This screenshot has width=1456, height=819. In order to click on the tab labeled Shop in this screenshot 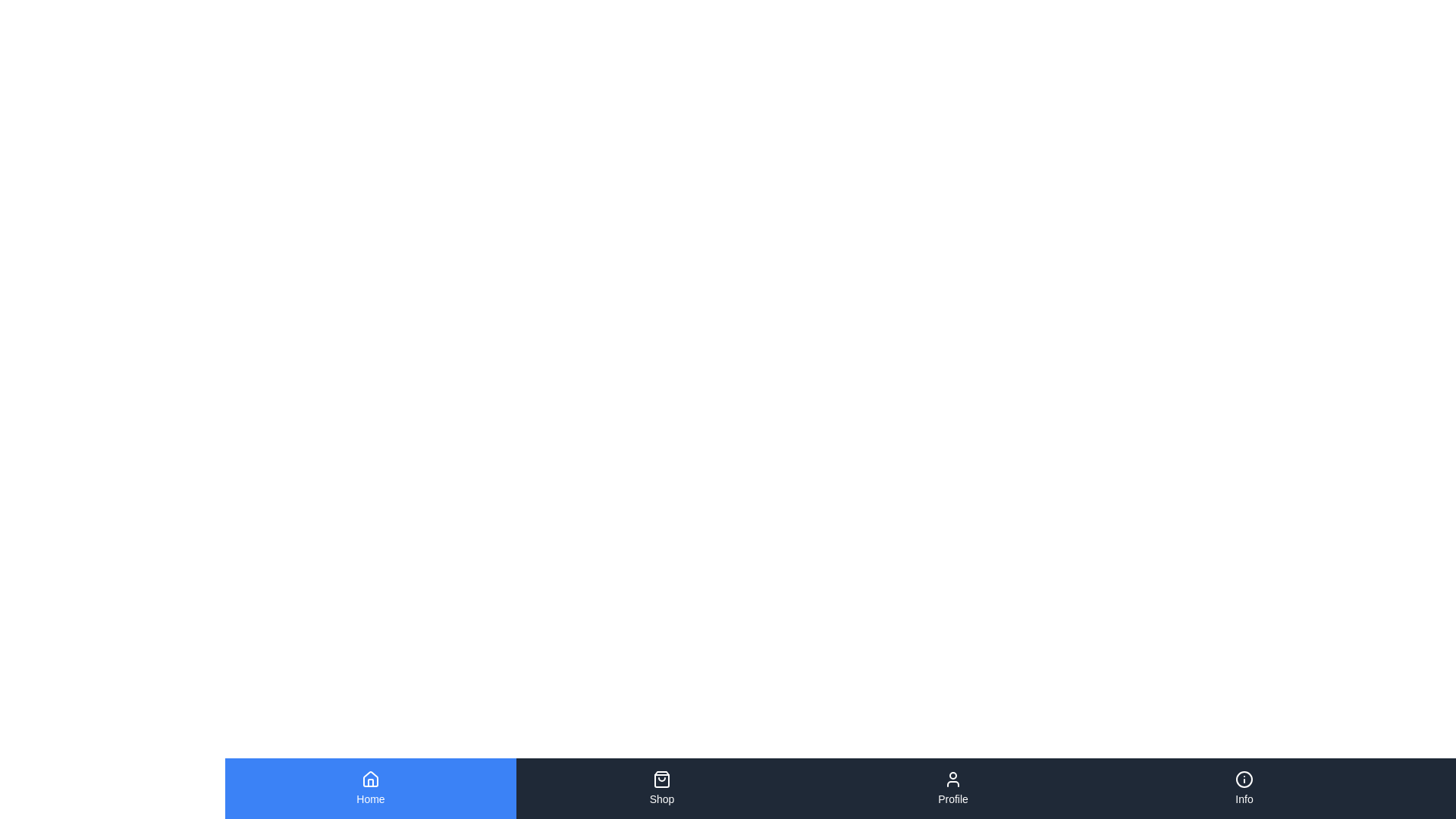, I will do `click(662, 788)`.